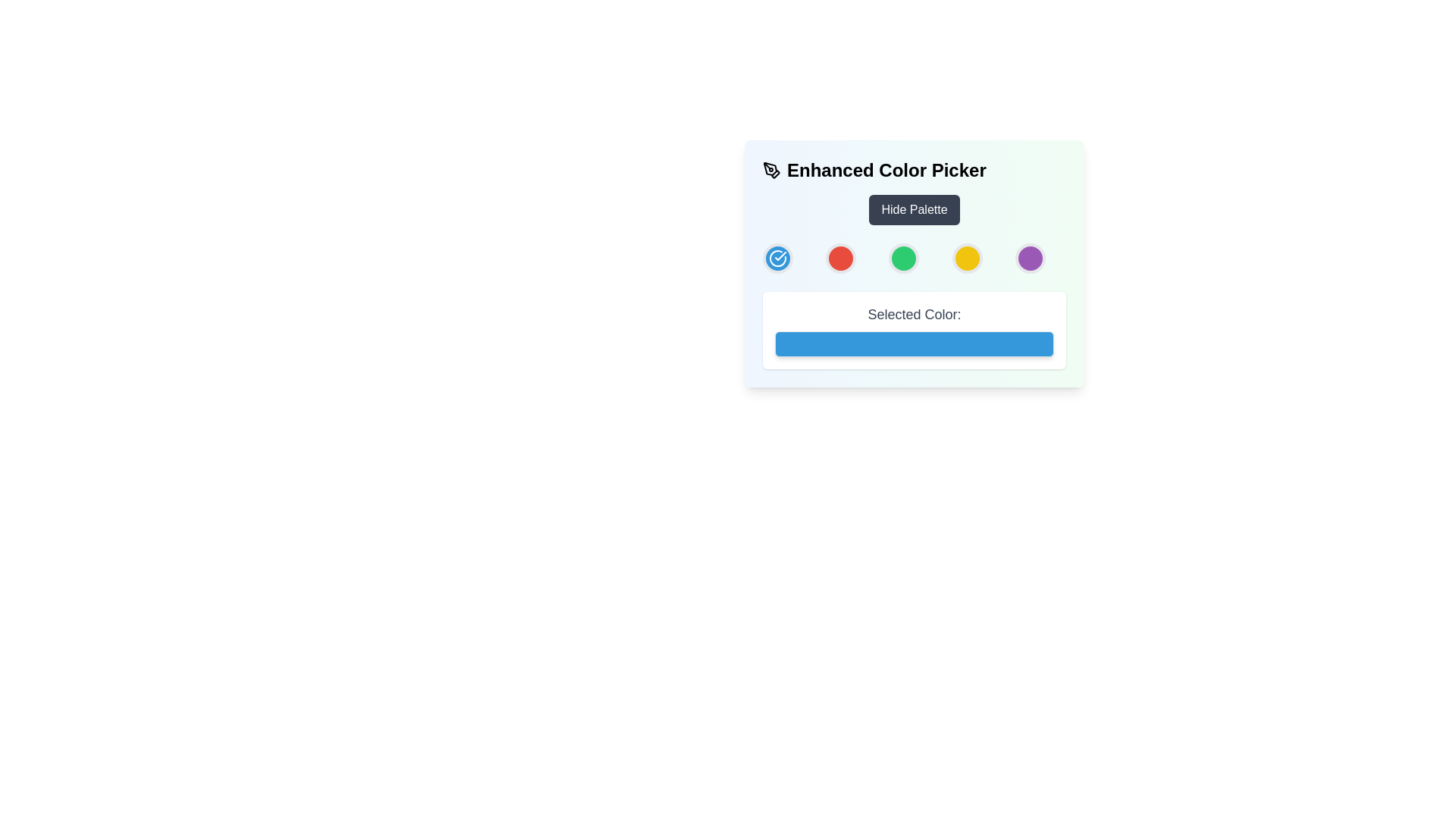 The height and width of the screenshot is (819, 1456). What do you see at coordinates (913, 262) in the screenshot?
I see `the selectable color option located in the middle of a horizontal row of circular elements, which is directly below the 'Hide Palette' button and above the 'Selected Color:' section` at bounding box center [913, 262].